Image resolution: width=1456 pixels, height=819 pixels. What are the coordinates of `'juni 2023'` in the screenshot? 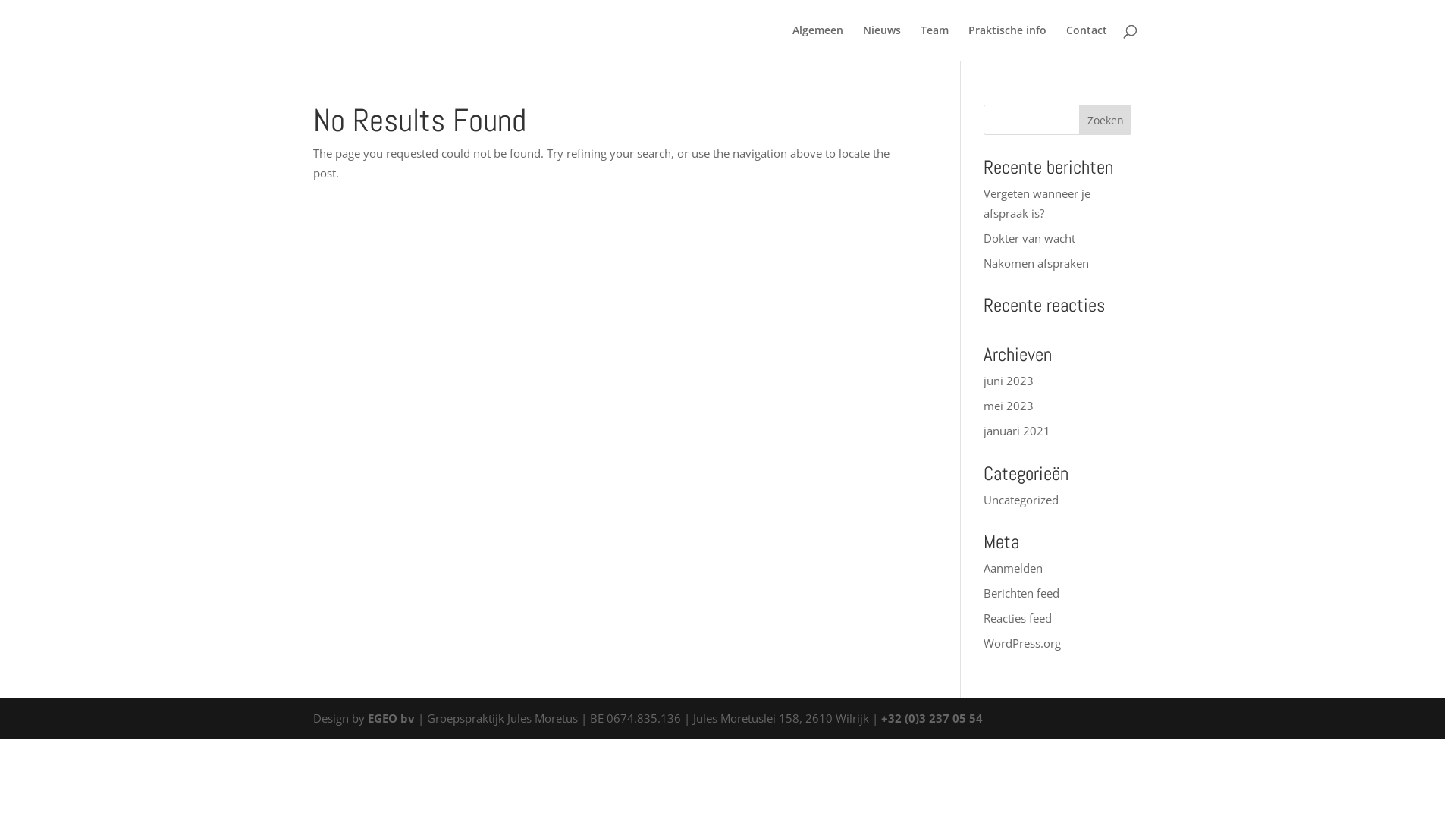 It's located at (1008, 379).